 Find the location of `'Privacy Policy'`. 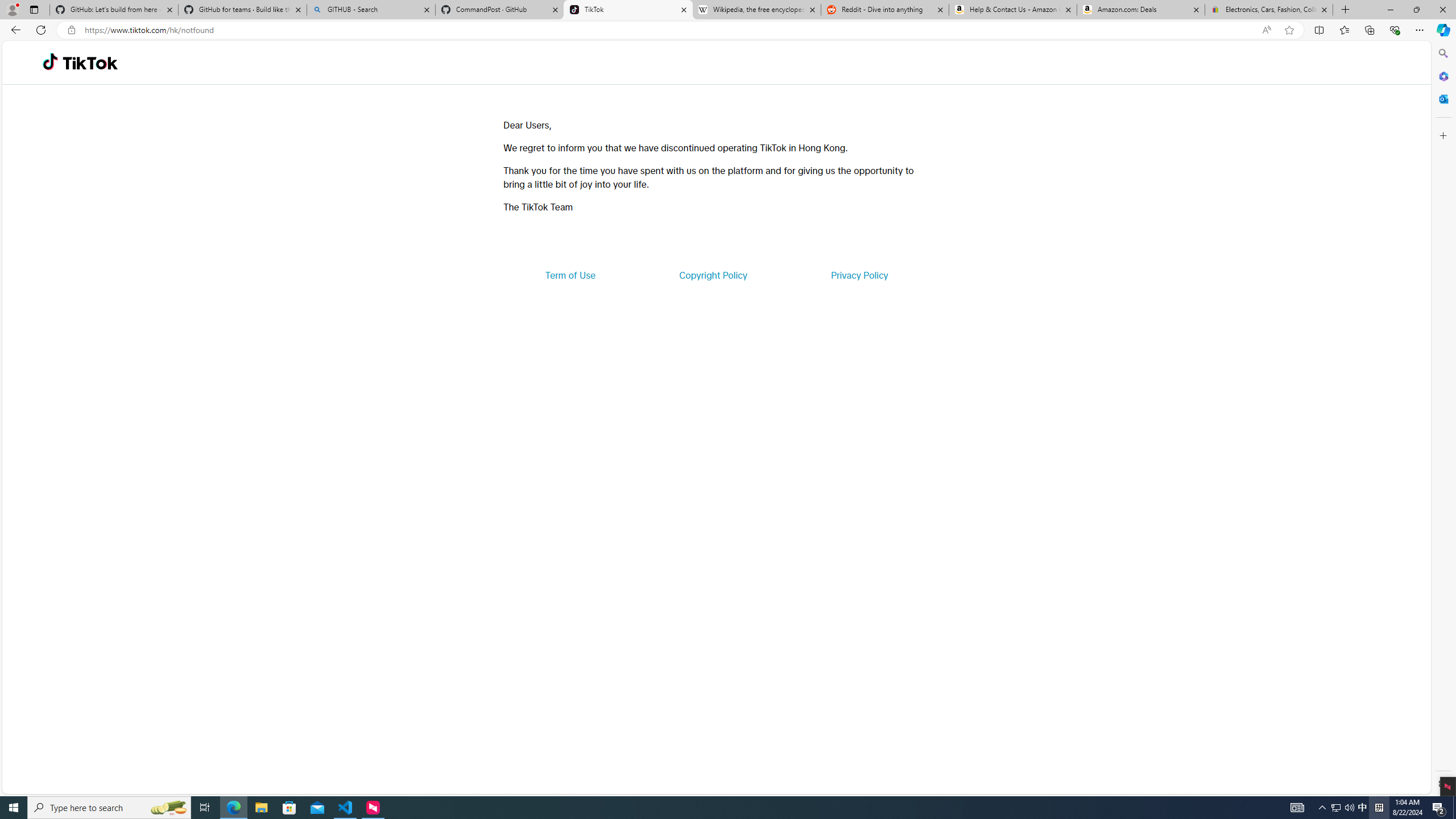

'Privacy Policy' is located at coordinates (858, 274).